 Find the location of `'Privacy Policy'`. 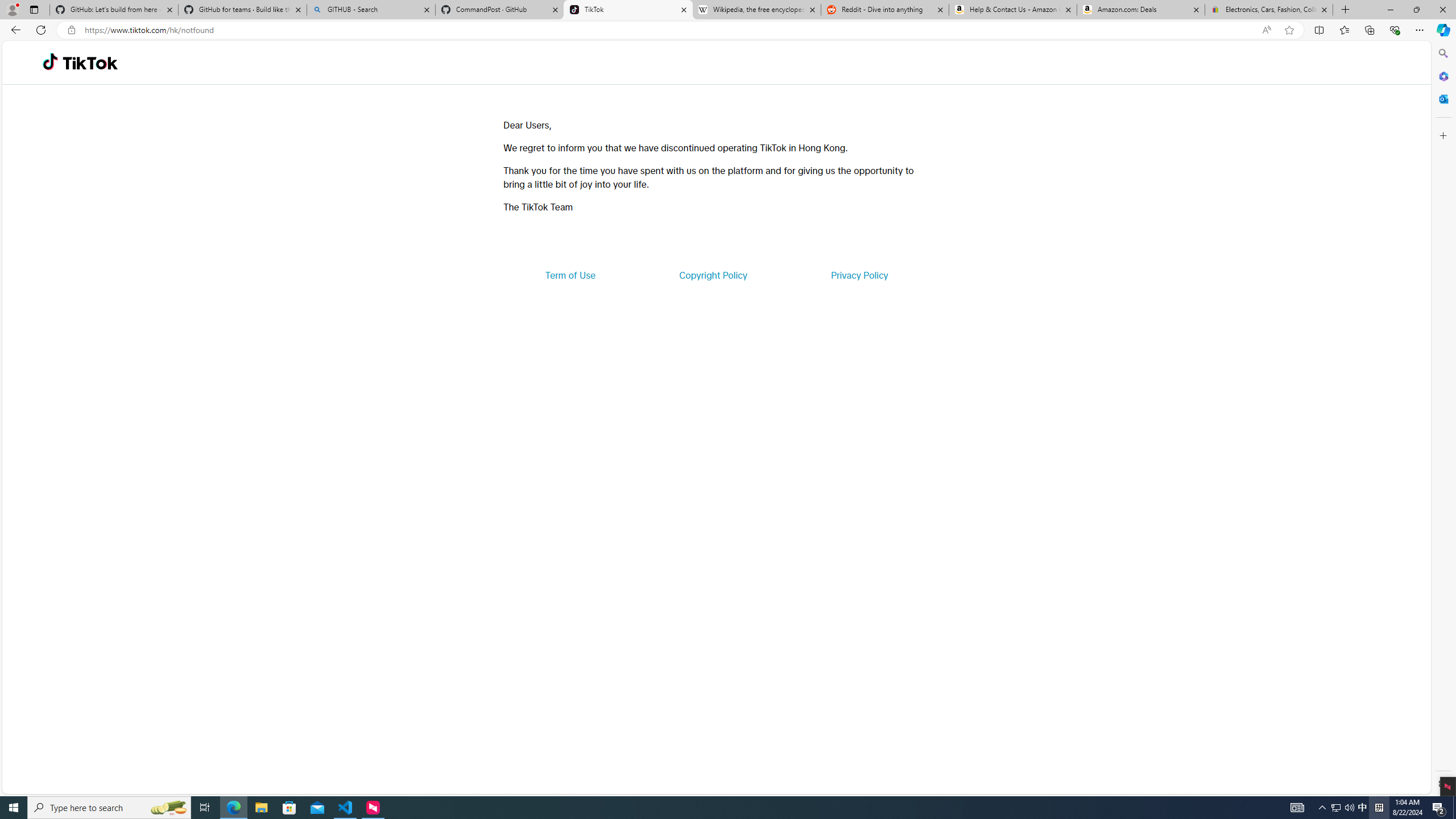

'Privacy Policy' is located at coordinates (858, 274).